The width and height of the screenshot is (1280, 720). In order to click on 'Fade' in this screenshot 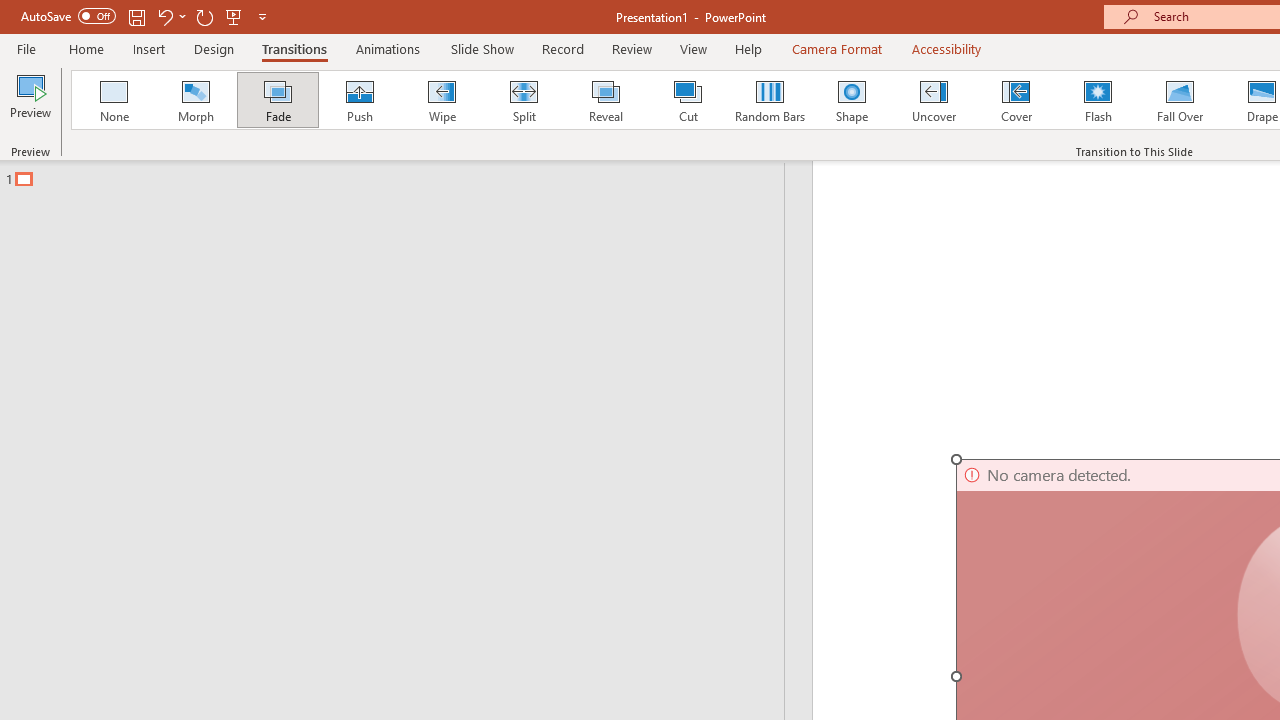, I will do `click(276, 100)`.